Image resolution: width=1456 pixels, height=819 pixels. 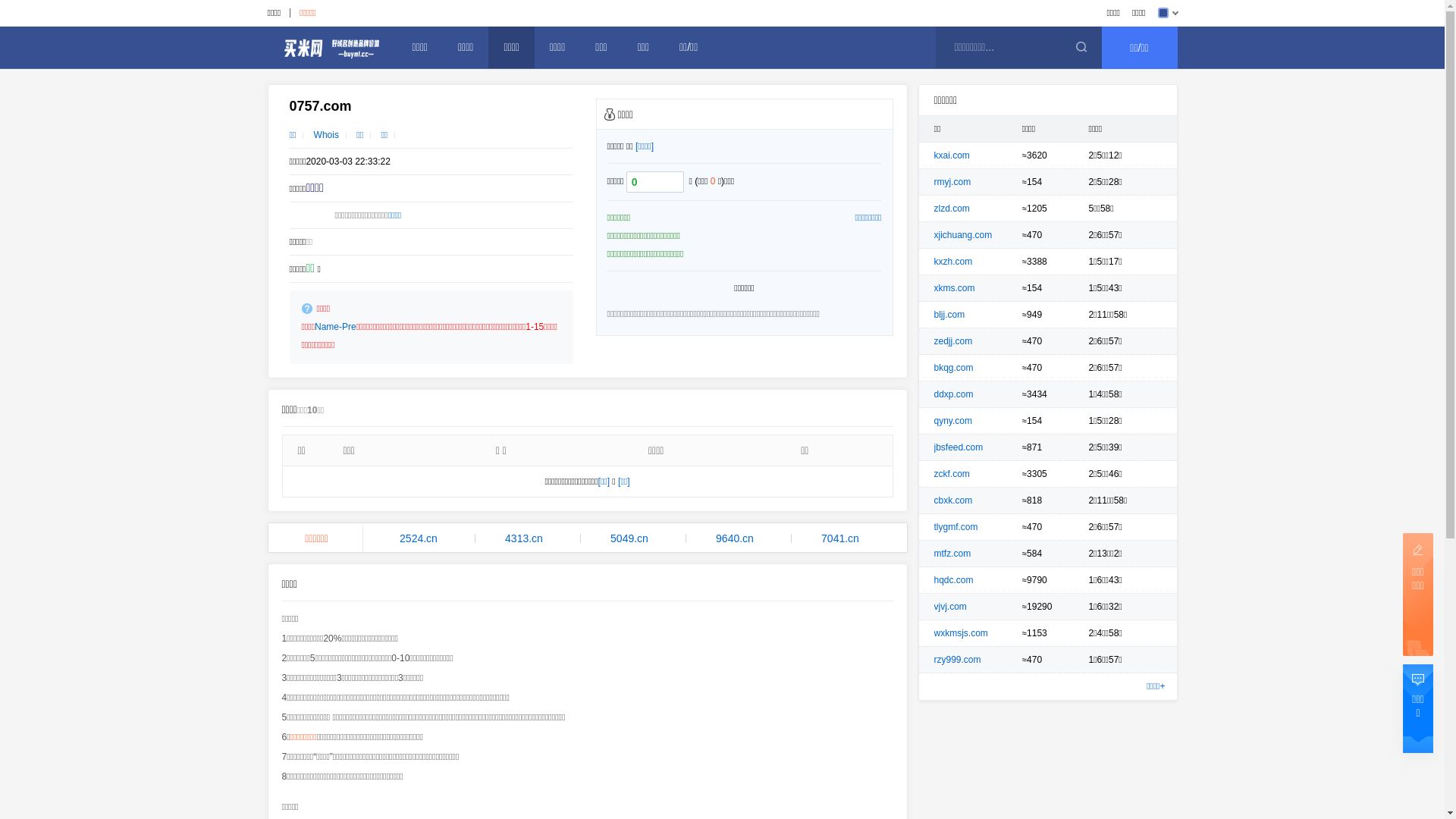 What do you see at coordinates (934, 526) in the screenshot?
I see `'tlygmf.com'` at bounding box center [934, 526].